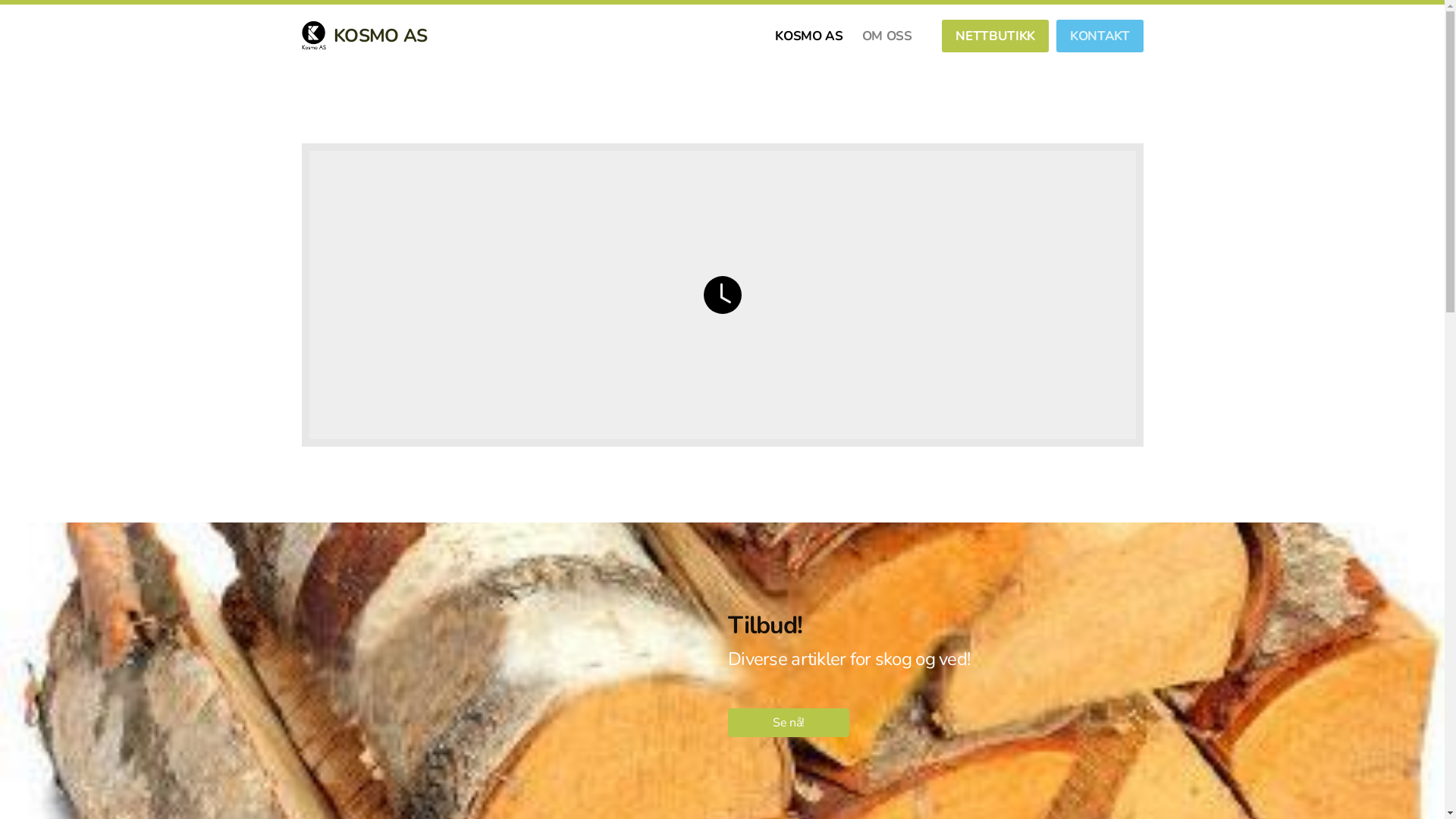 Image resolution: width=1456 pixels, height=819 pixels. Describe the element at coordinates (808, 35) in the screenshot. I see `'KOSMO AS'` at that location.